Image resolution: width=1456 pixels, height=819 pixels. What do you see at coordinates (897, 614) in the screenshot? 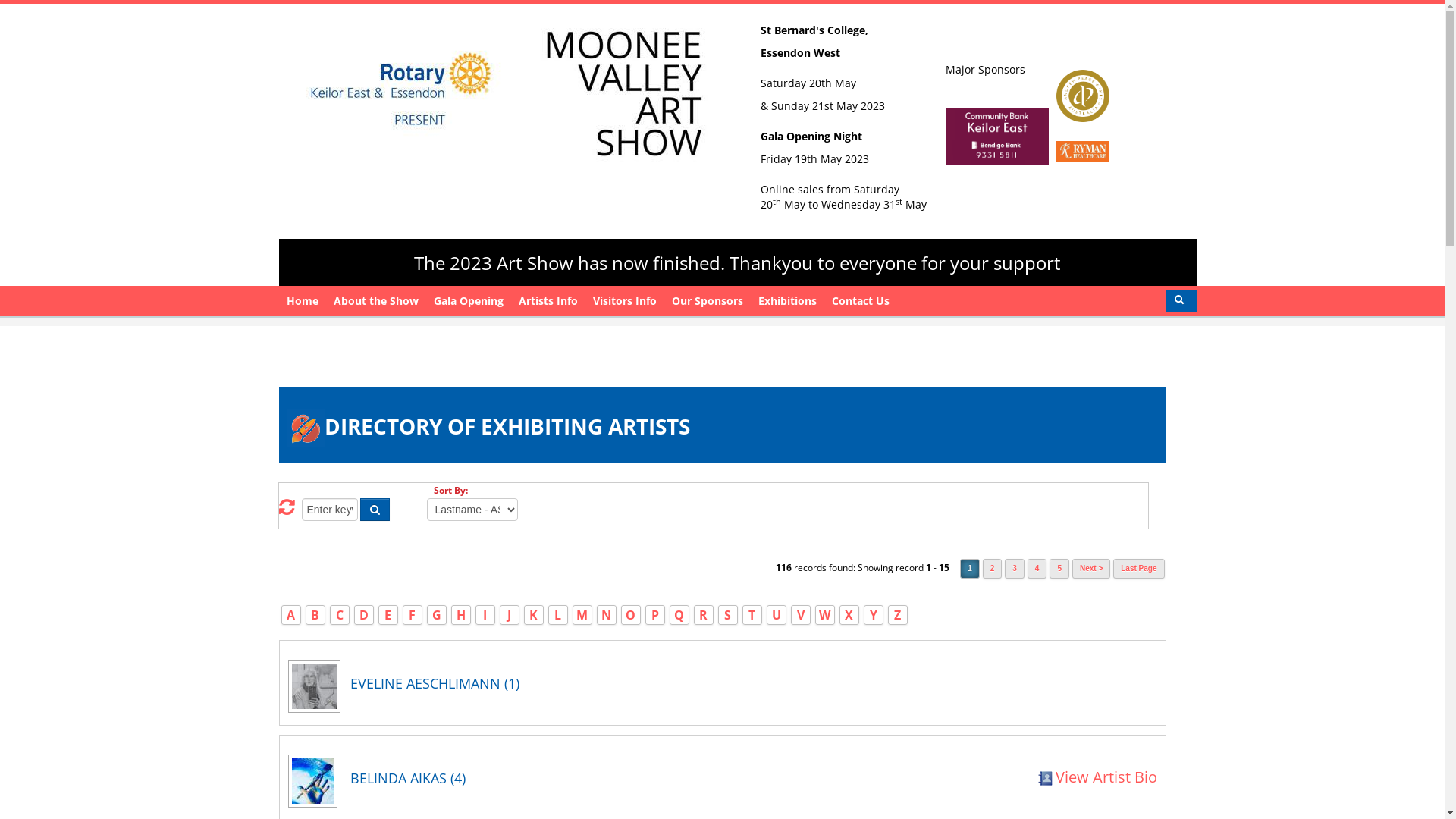
I see `'Z'` at bounding box center [897, 614].